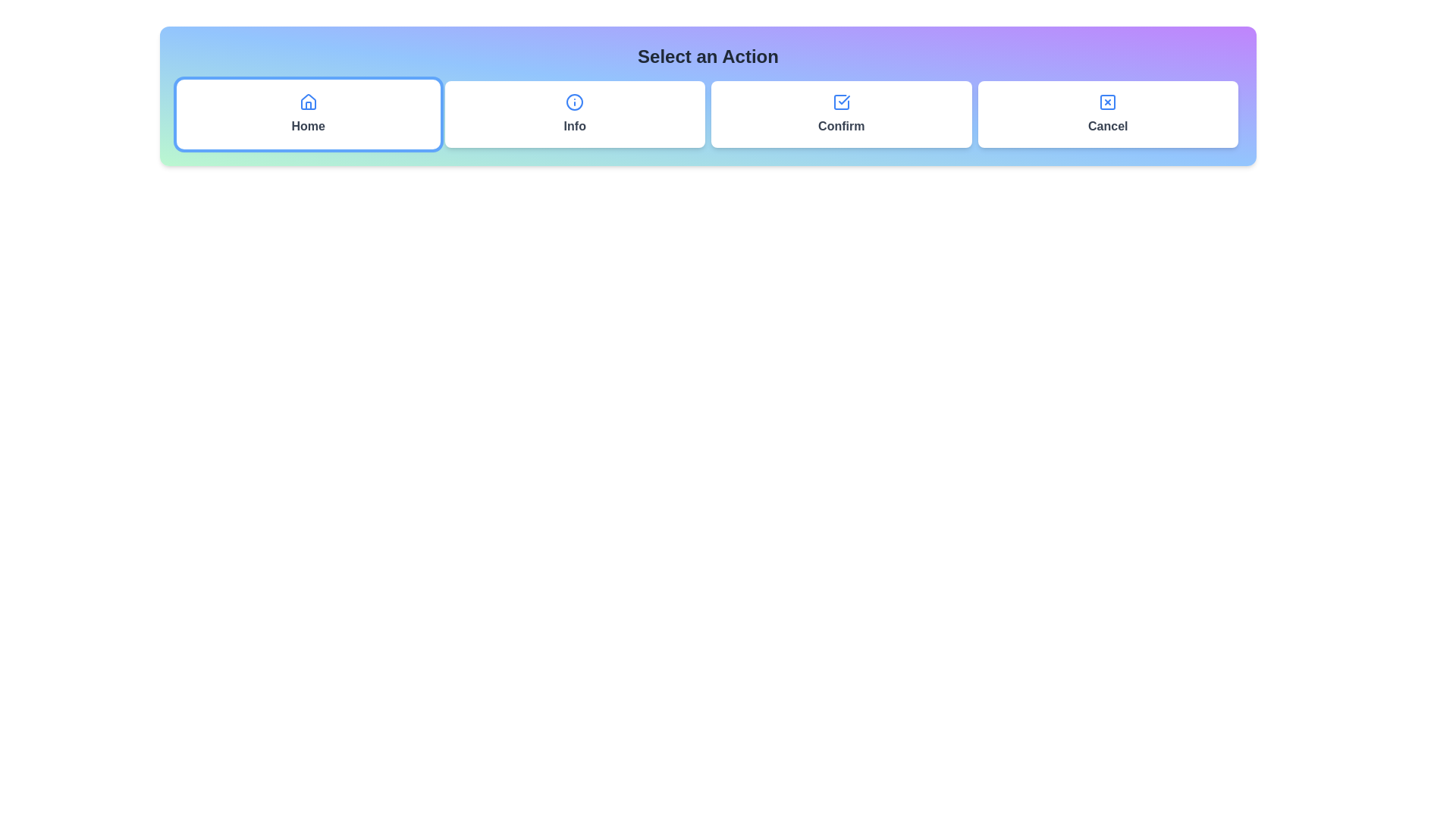 The image size is (1456, 819). I want to click on the button labeled Confirm to observe its hover effect, so click(840, 113).